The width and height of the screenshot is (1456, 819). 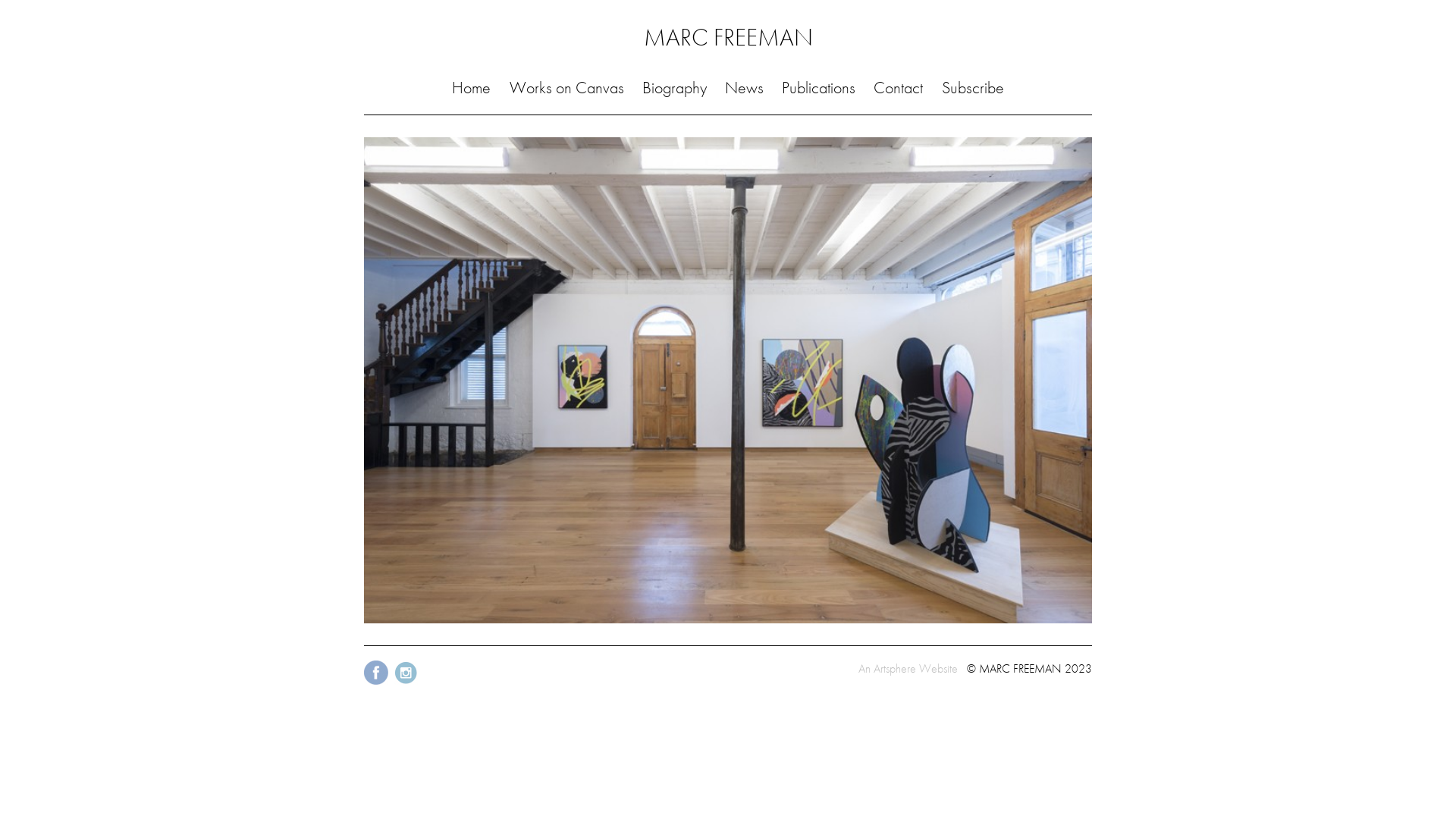 I want to click on 'Home', so click(x=470, y=87).